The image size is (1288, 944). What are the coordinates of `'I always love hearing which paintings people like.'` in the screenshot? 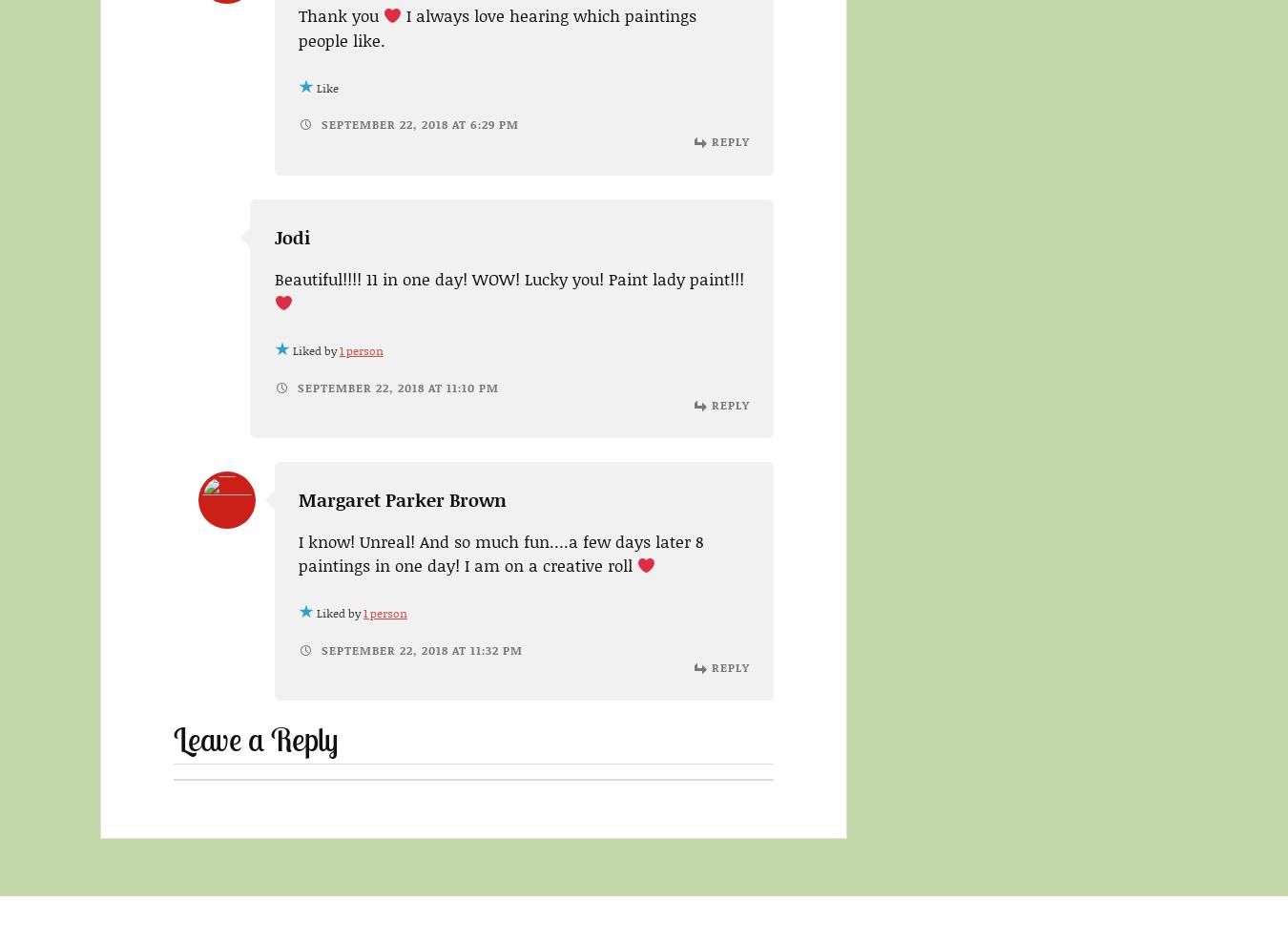 It's located at (496, 26).